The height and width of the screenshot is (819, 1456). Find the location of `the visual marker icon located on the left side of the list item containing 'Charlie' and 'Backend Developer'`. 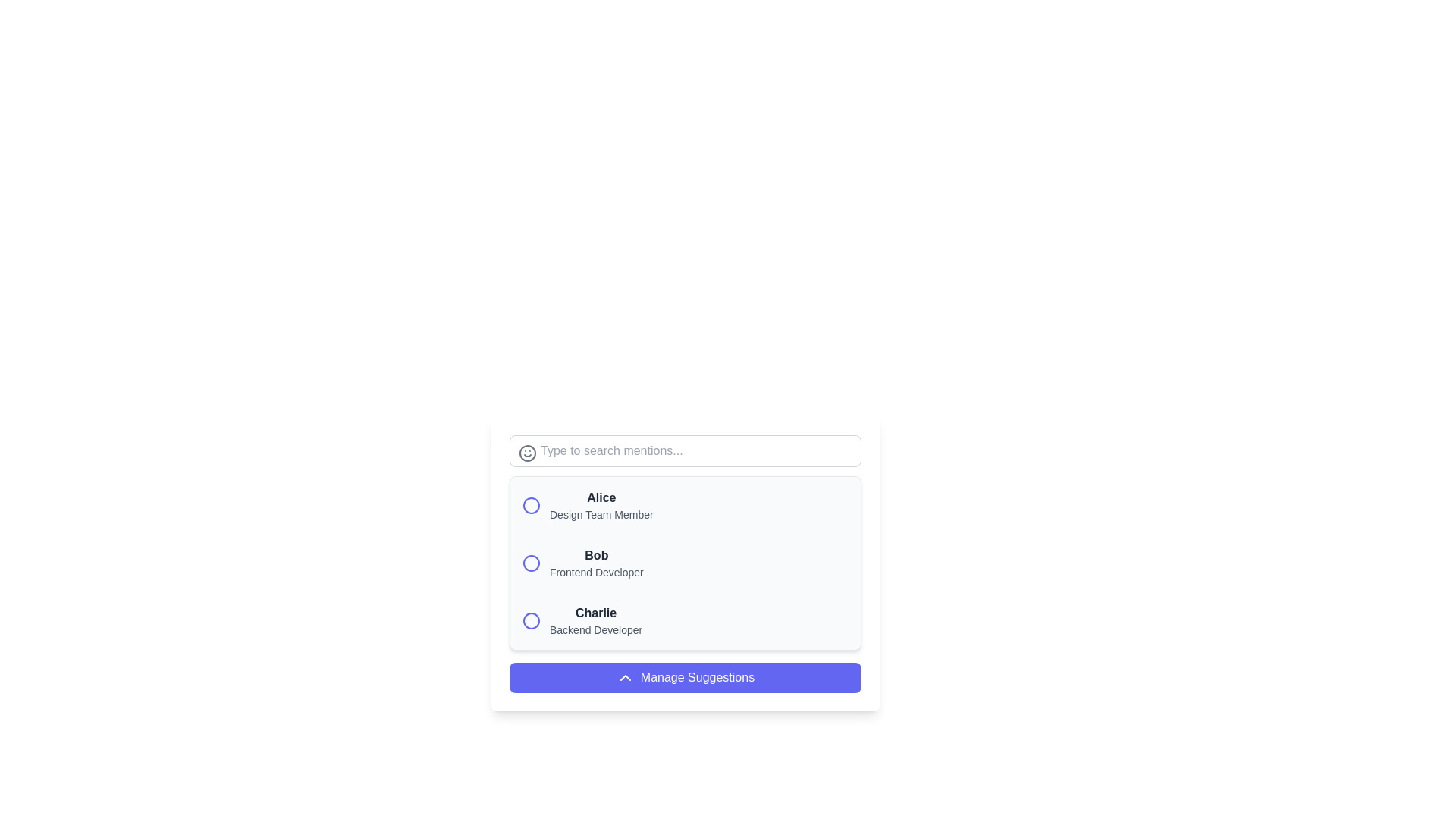

the visual marker icon located on the left side of the list item containing 'Charlie' and 'Backend Developer' is located at coordinates (531, 620).